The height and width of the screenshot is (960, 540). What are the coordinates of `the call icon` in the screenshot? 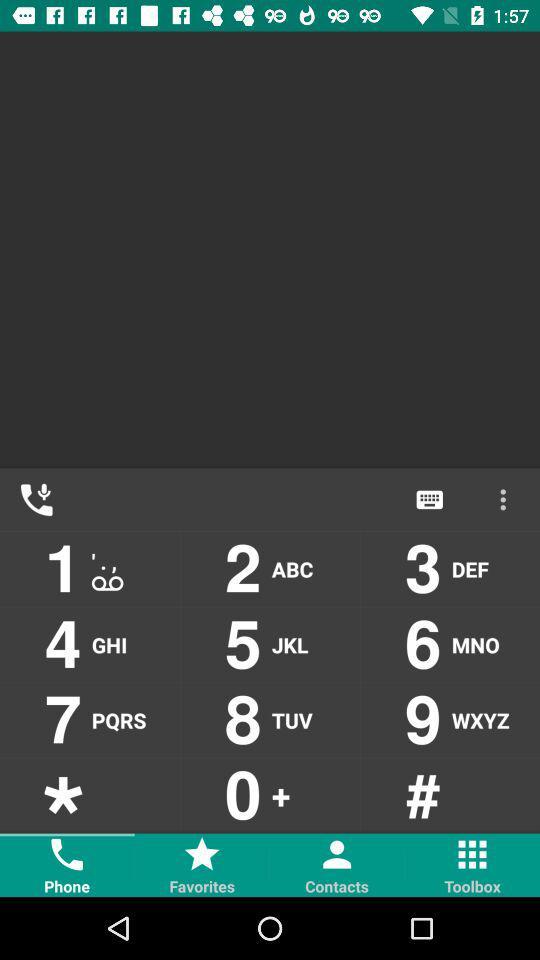 It's located at (36, 498).